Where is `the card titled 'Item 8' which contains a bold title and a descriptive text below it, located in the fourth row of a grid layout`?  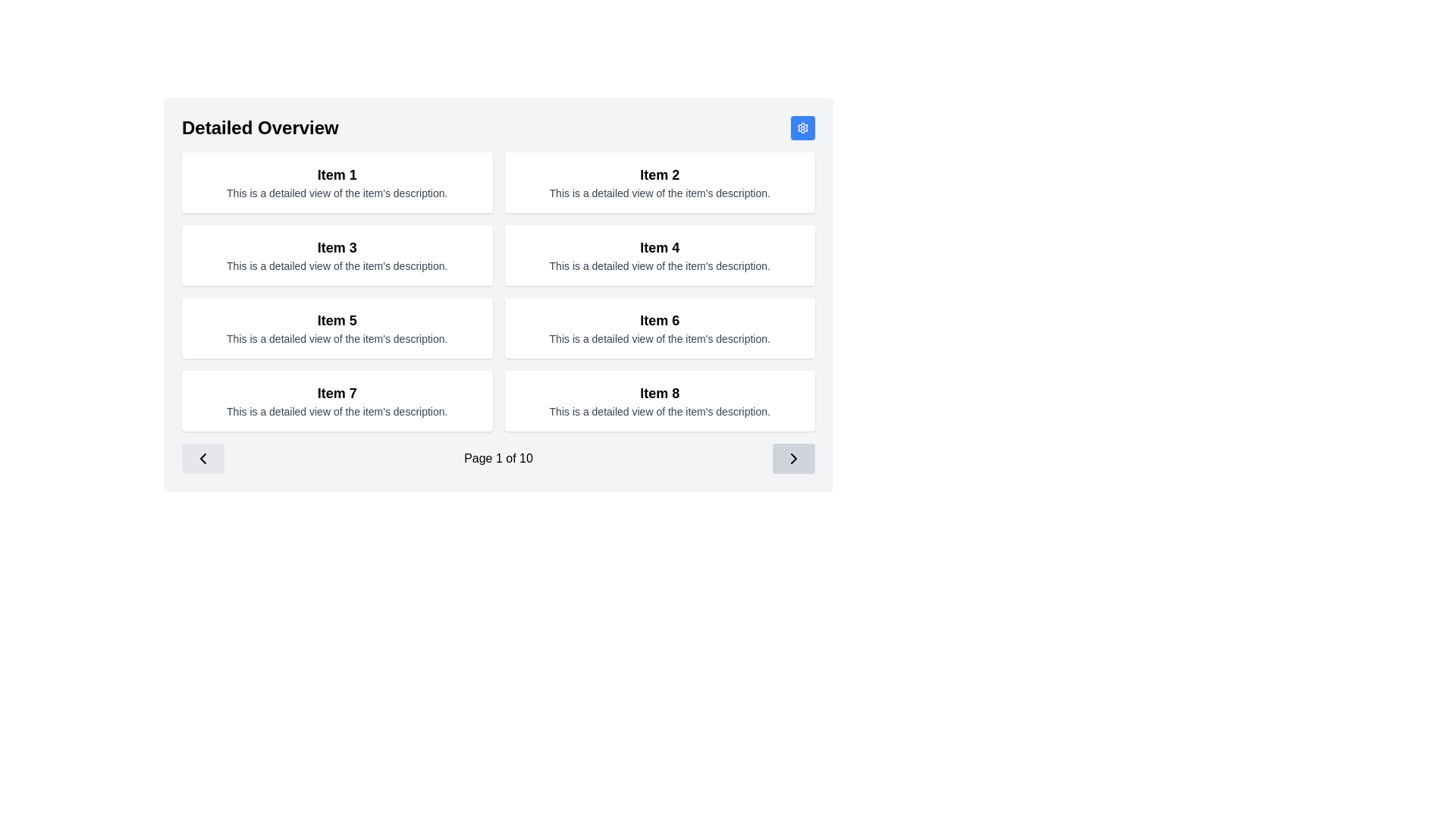 the card titled 'Item 8' which contains a bold title and a descriptive text below it, located in the fourth row of a grid layout is located at coordinates (660, 400).